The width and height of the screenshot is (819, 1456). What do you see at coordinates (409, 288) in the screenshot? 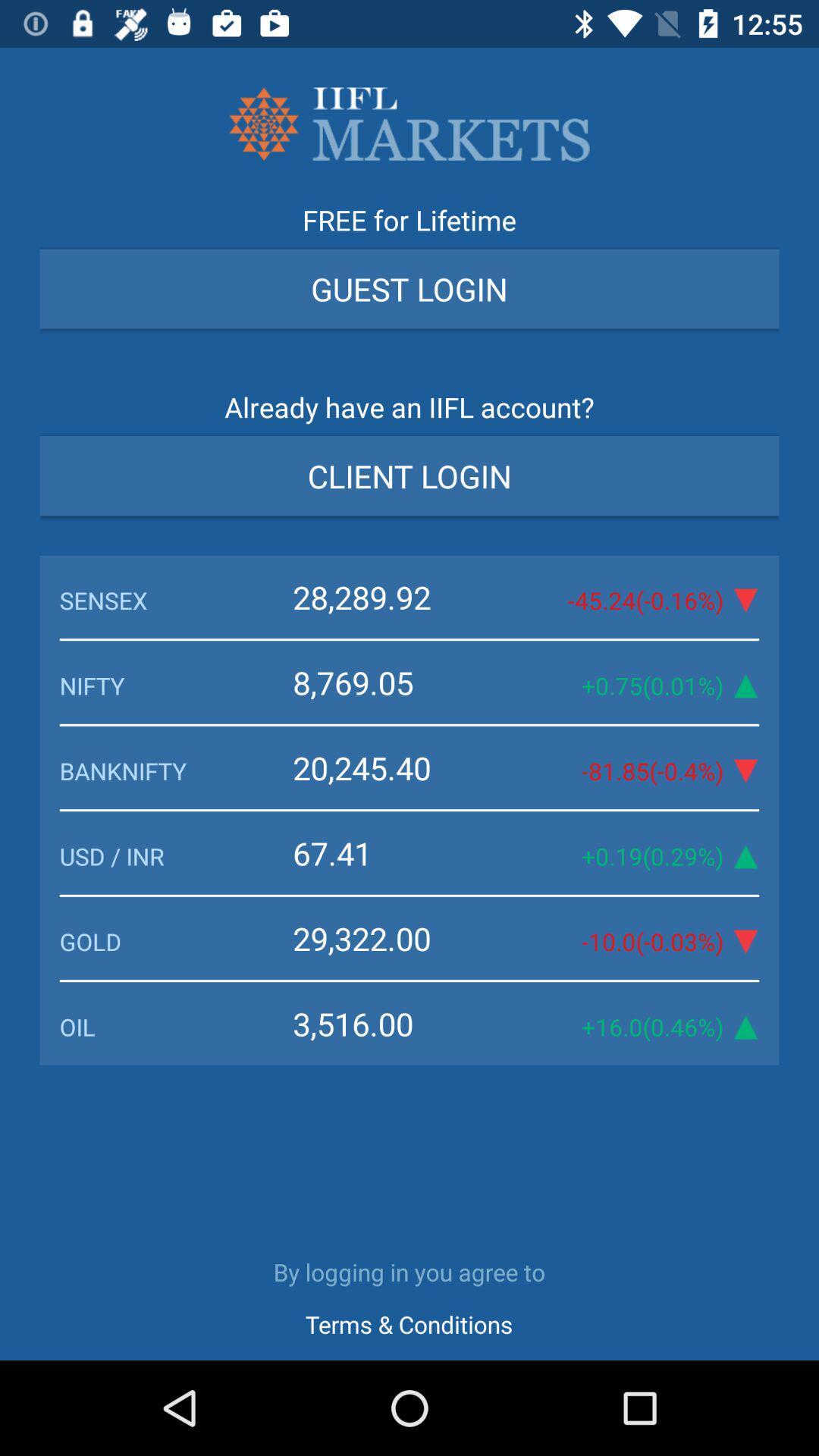
I see `the item above the already have an icon` at bounding box center [409, 288].